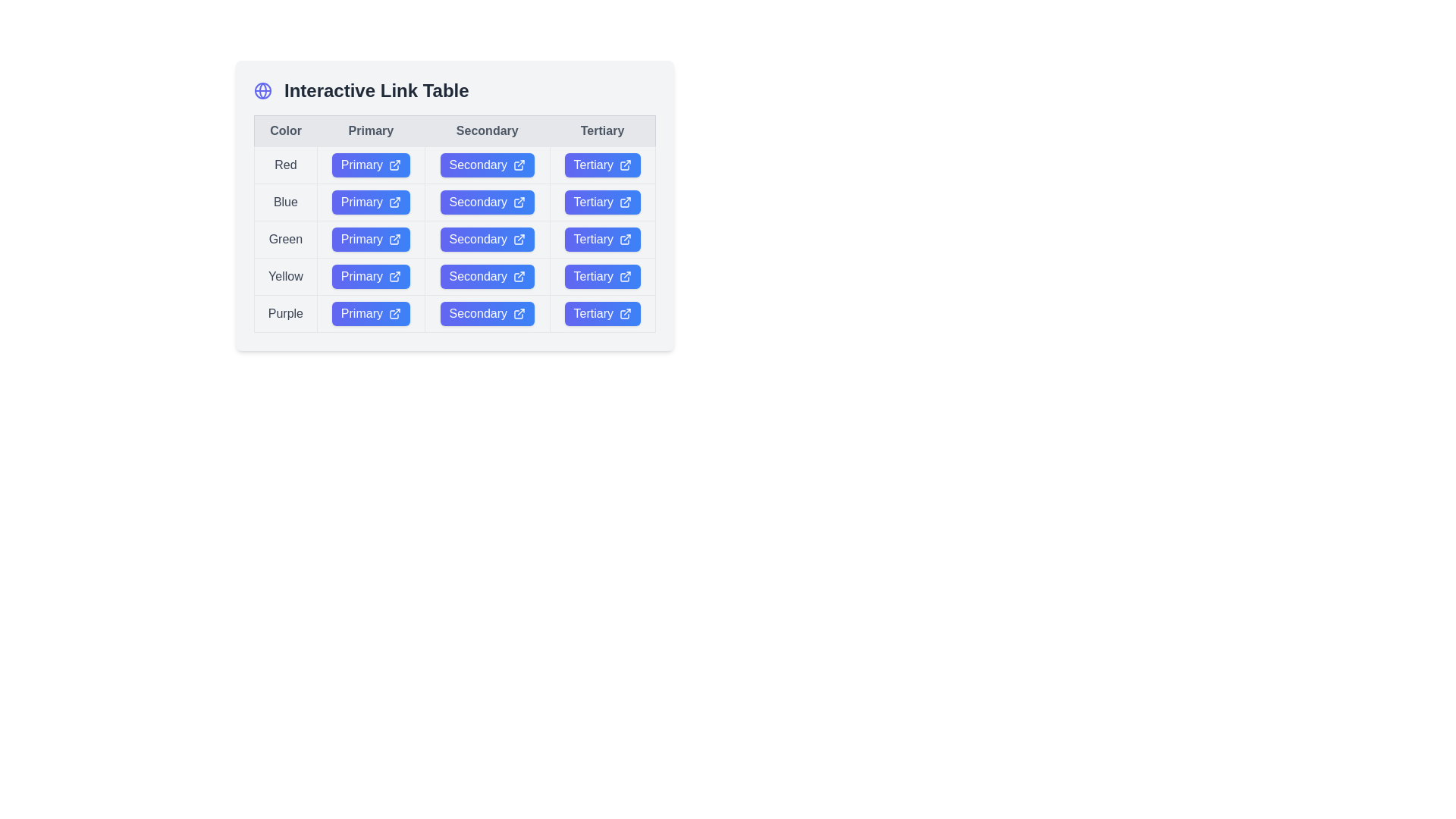 The width and height of the screenshot is (1456, 819). I want to click on the 'Secondary' text label, which categorizes entries in a table and is the third element among 'Color', 'Primary', 'Secondary', and 'Tertiary', so click(487, 130).